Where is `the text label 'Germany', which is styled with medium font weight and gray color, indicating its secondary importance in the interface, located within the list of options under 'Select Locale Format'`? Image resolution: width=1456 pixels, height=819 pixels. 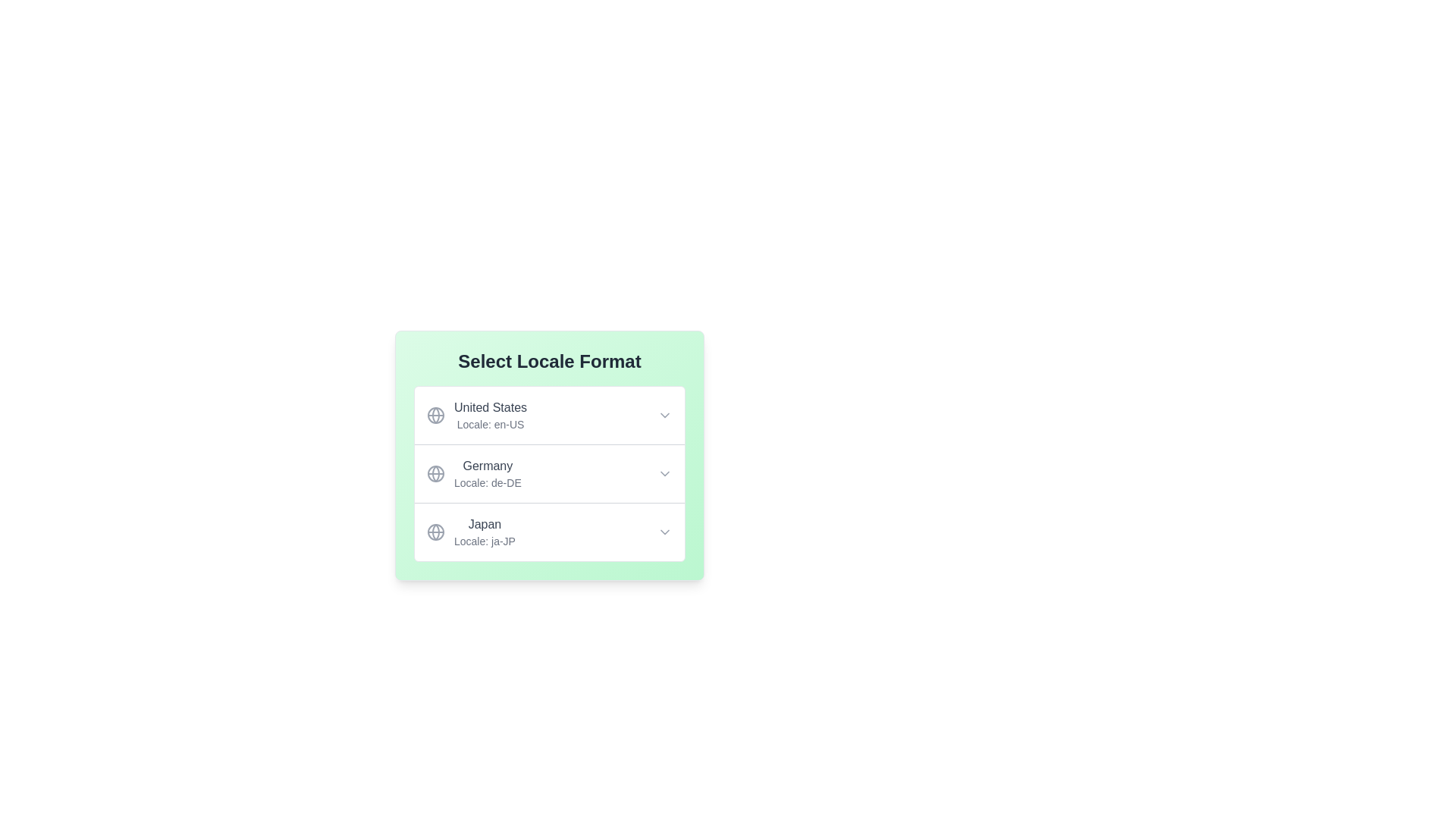 the text label 'Germany', which is styled with medium font weight and gray color, indicating its secondary importance in the interface, located within the list of options under 'Select Locale Format' is located at coordinates (488, 465).